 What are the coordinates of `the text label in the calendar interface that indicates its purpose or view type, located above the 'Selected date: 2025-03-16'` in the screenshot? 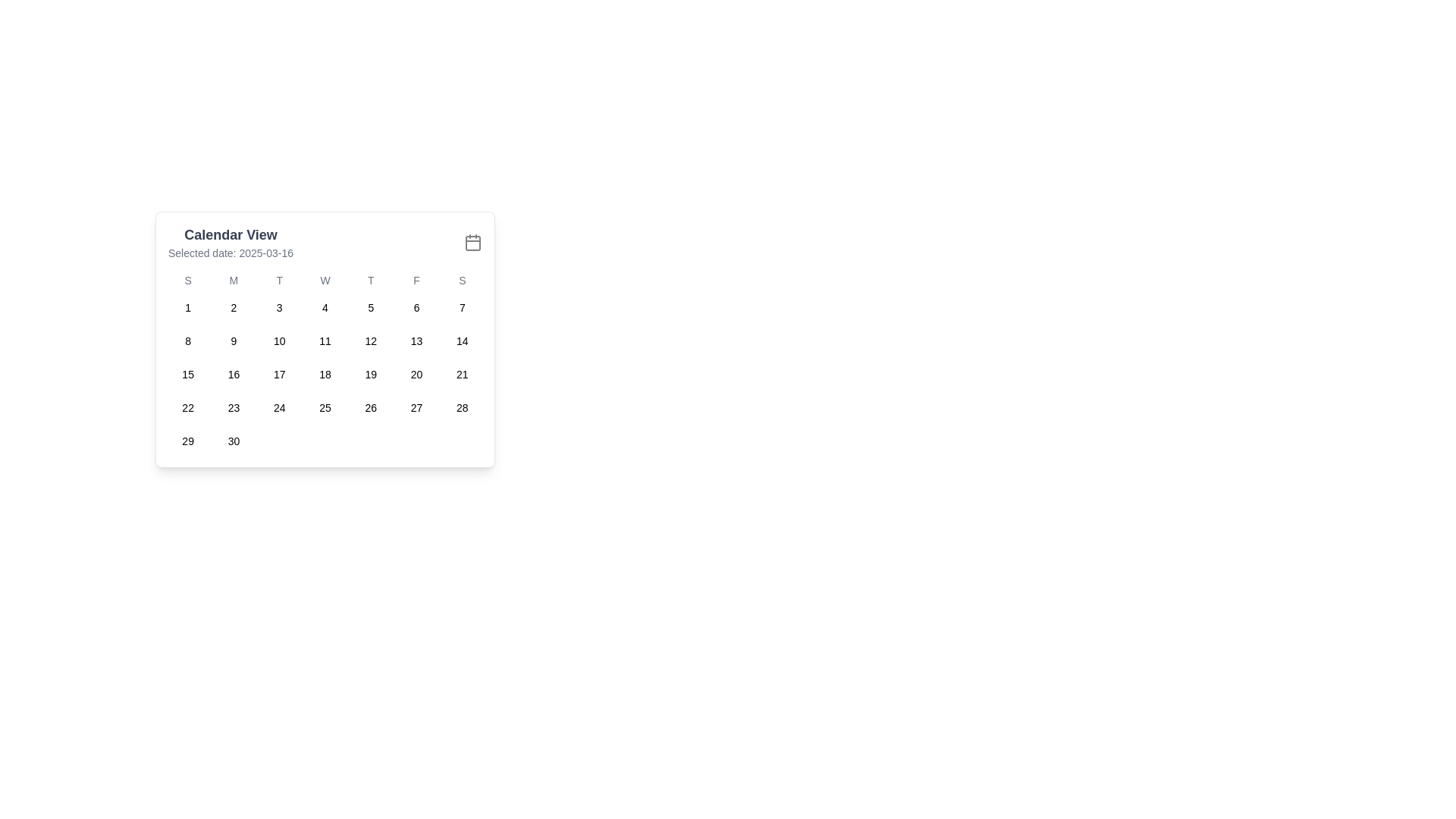 It's located at (230, 234).